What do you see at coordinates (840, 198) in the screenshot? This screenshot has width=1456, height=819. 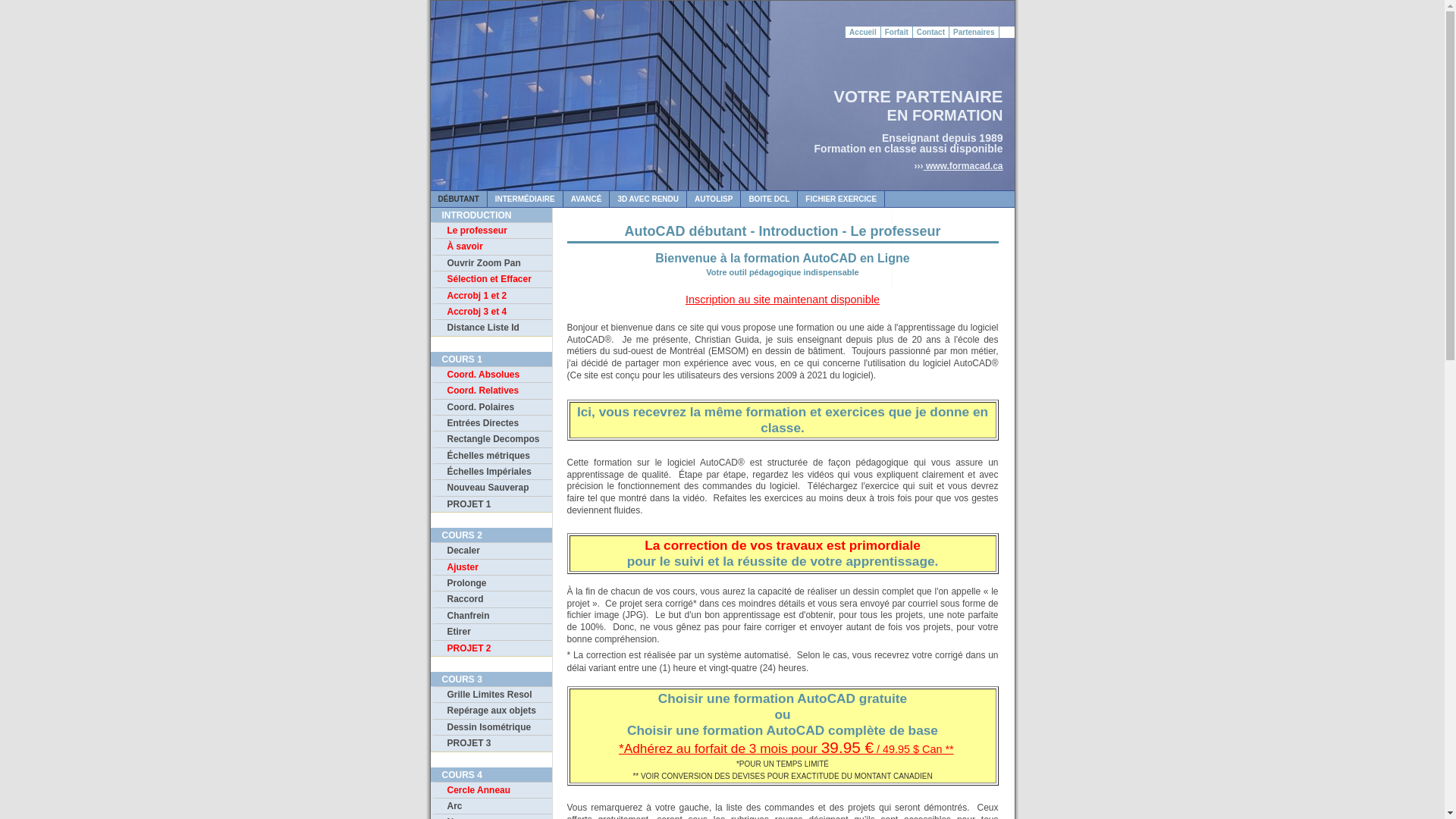 I see `'FICHIER EXERCICE'` at bounding box center [840, 198].